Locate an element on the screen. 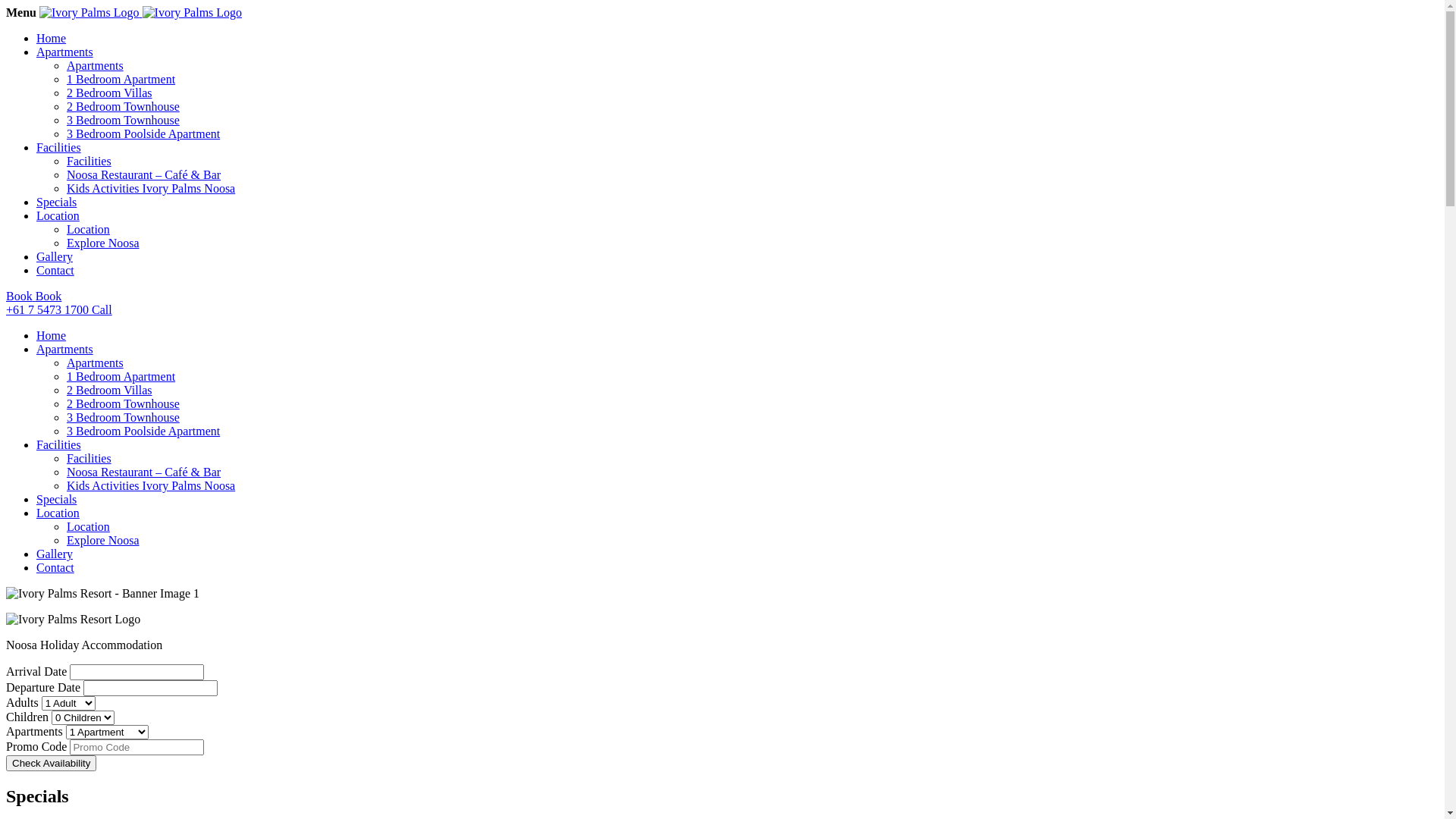  'Apartments' is located at coordinates (94, 362).